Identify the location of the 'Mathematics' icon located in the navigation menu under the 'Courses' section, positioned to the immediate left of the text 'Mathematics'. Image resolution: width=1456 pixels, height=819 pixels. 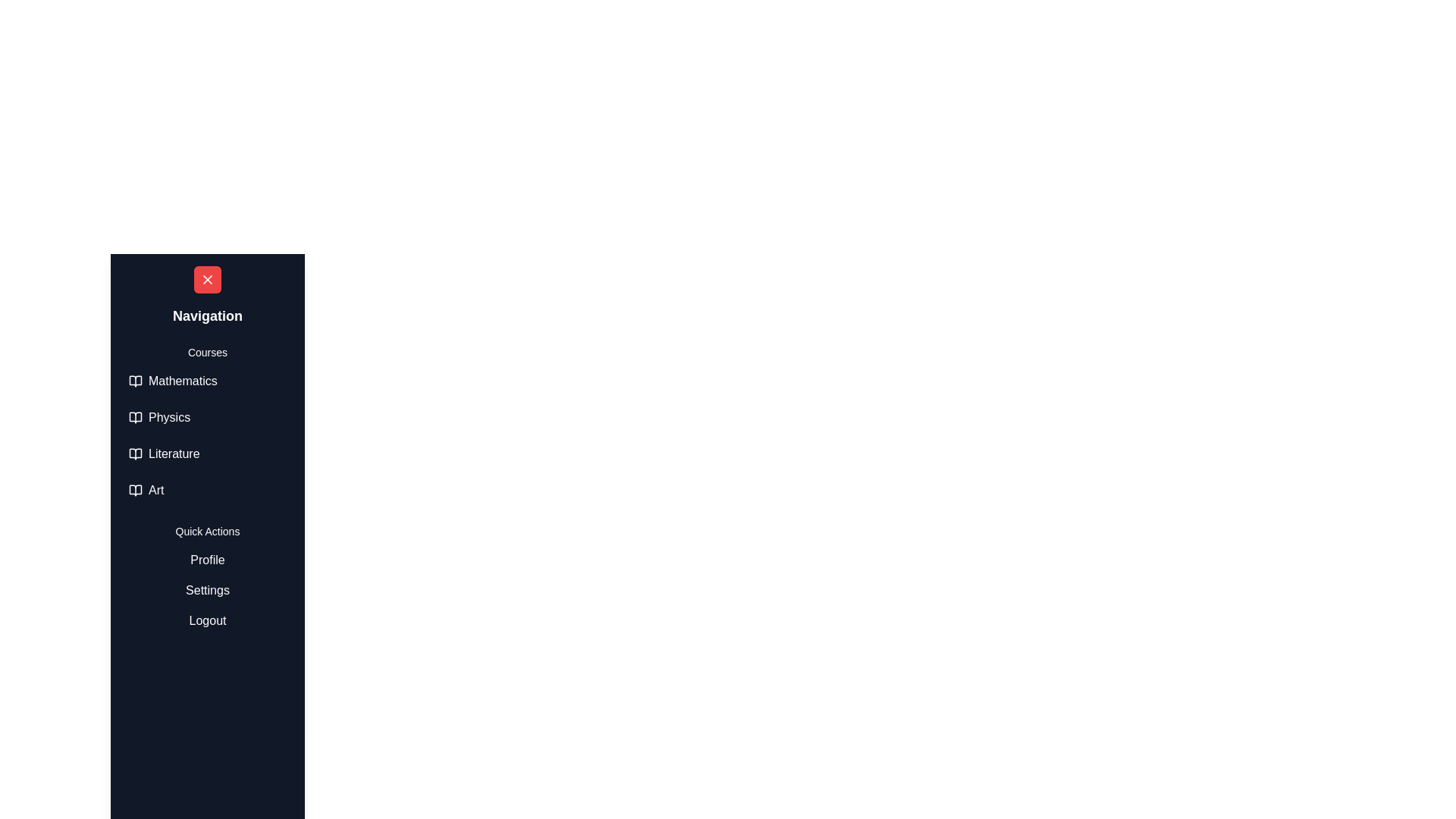
(135, 380).